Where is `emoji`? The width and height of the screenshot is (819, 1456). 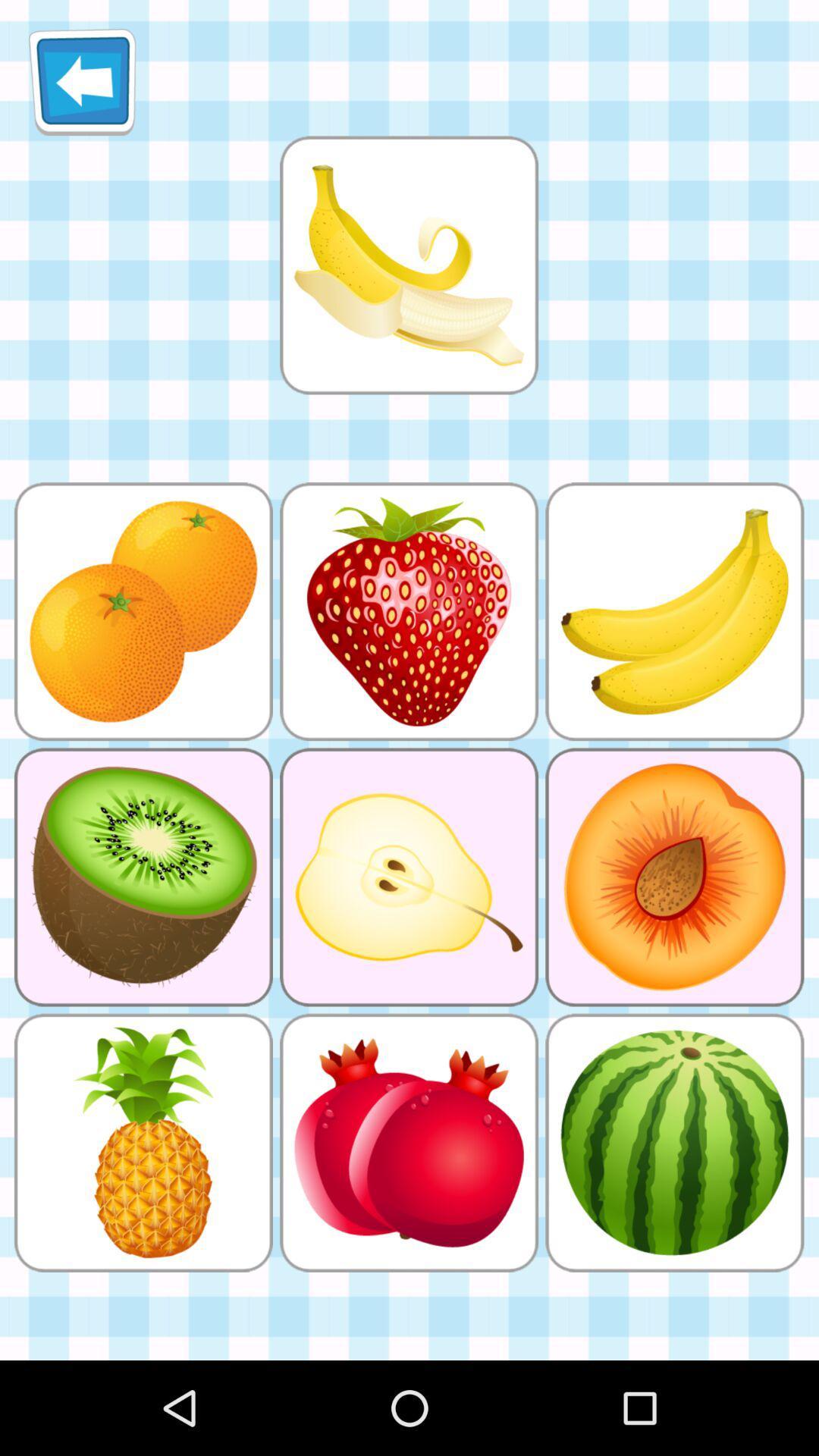
emoji is located at coordinates (408, 265).